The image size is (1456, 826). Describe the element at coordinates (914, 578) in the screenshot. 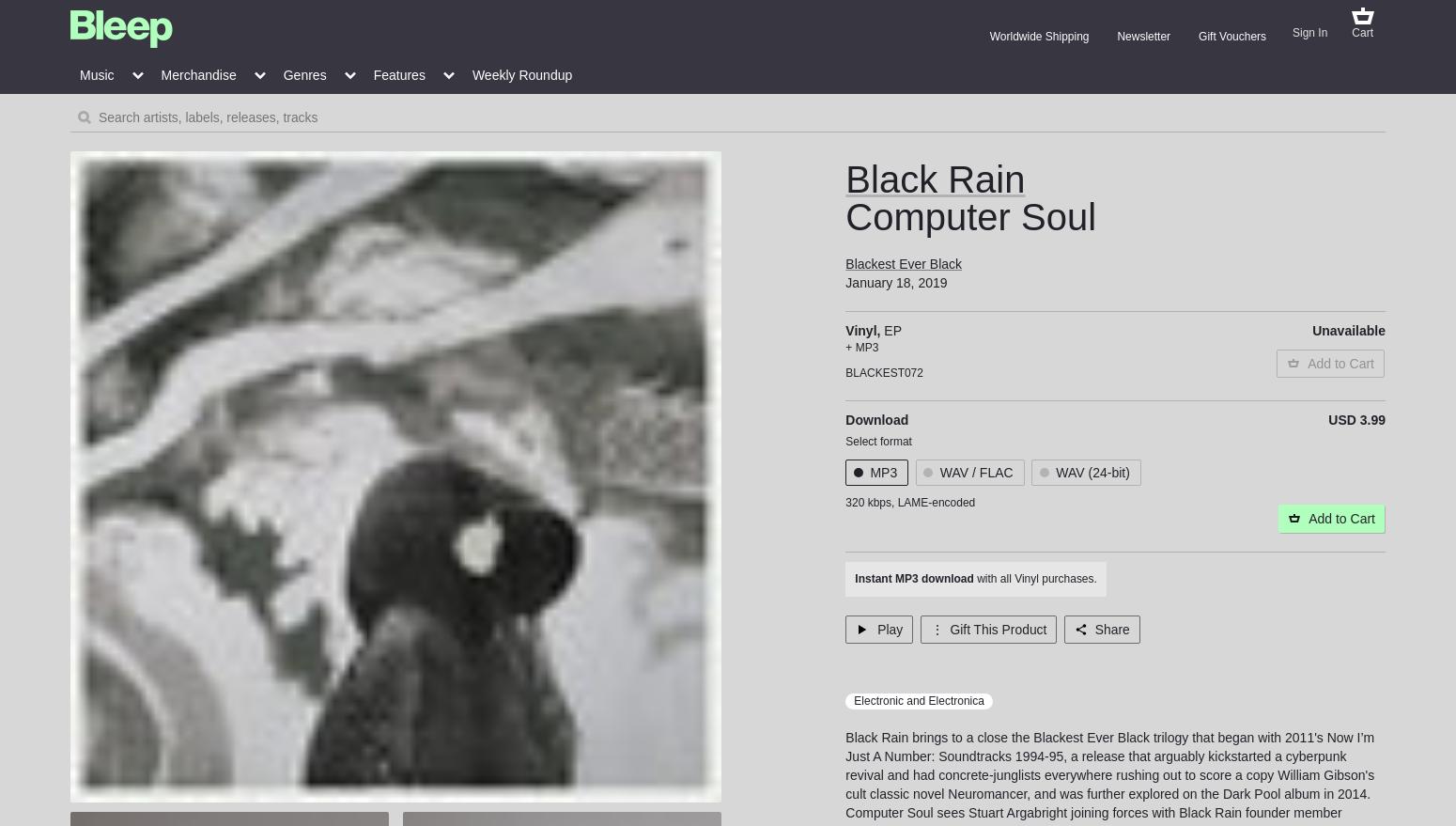

I see `'Instant MP3 download'` at that location.